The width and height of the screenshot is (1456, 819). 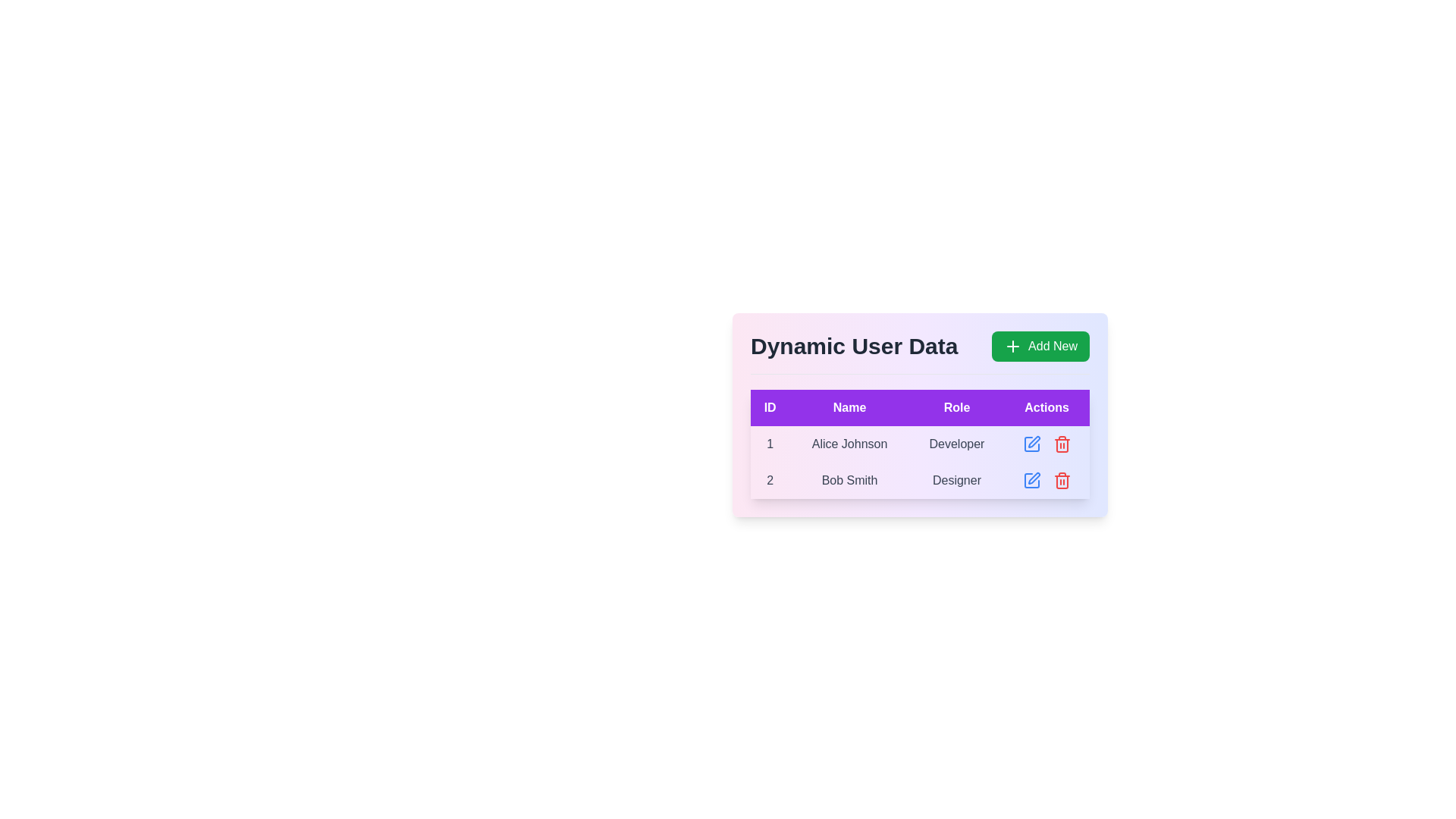 What do you see at coordinates (849, 444) in the screenshot?
I see `the text label displaying 'Alice Johnson', which is located in the 'Name' column of the table, positioned between '1' and 'Developer'` at bounding box center [849, 444].